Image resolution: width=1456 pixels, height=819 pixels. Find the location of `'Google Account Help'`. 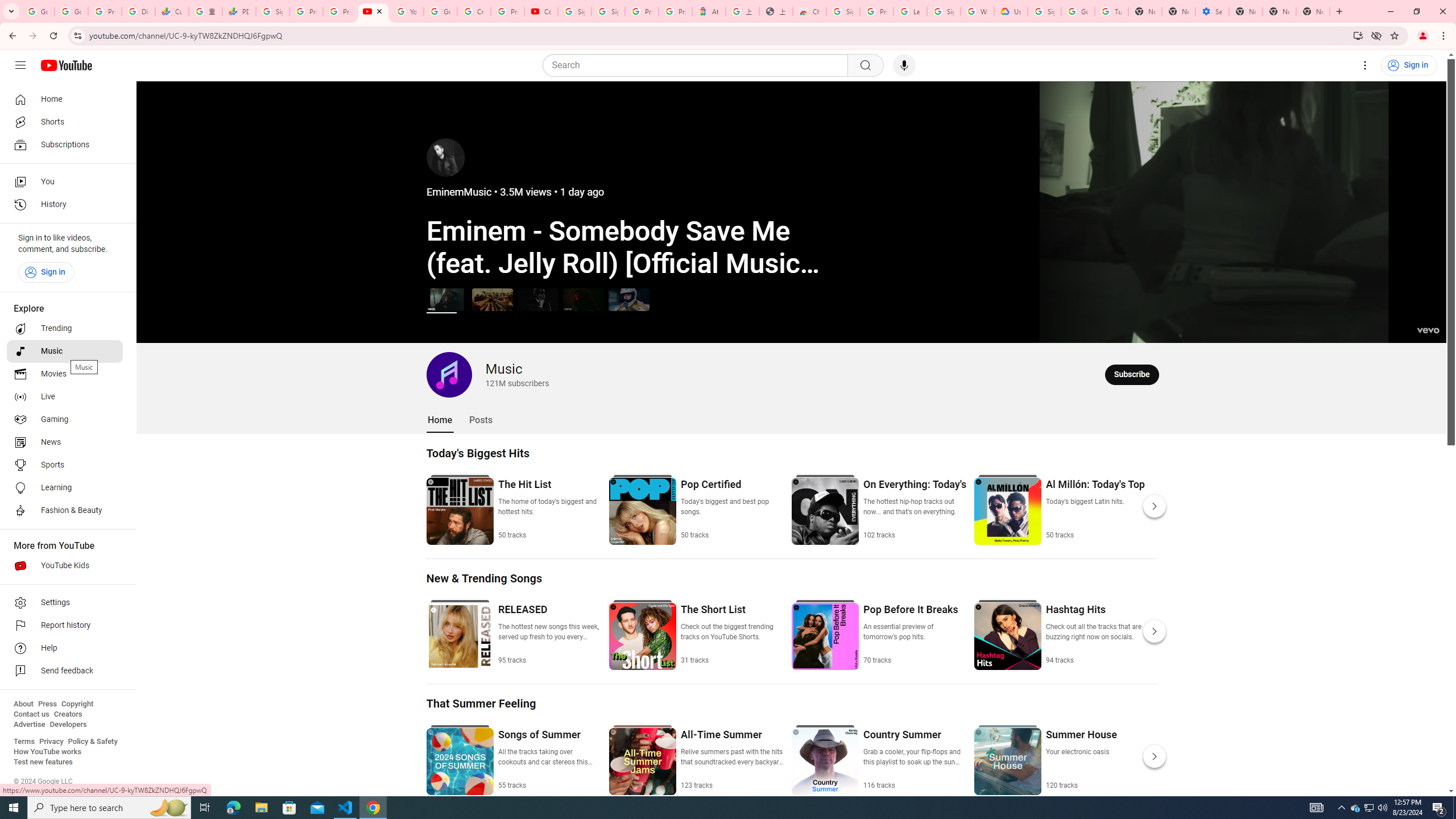

'Google Account Help' is located at coordinates (1077, 11).